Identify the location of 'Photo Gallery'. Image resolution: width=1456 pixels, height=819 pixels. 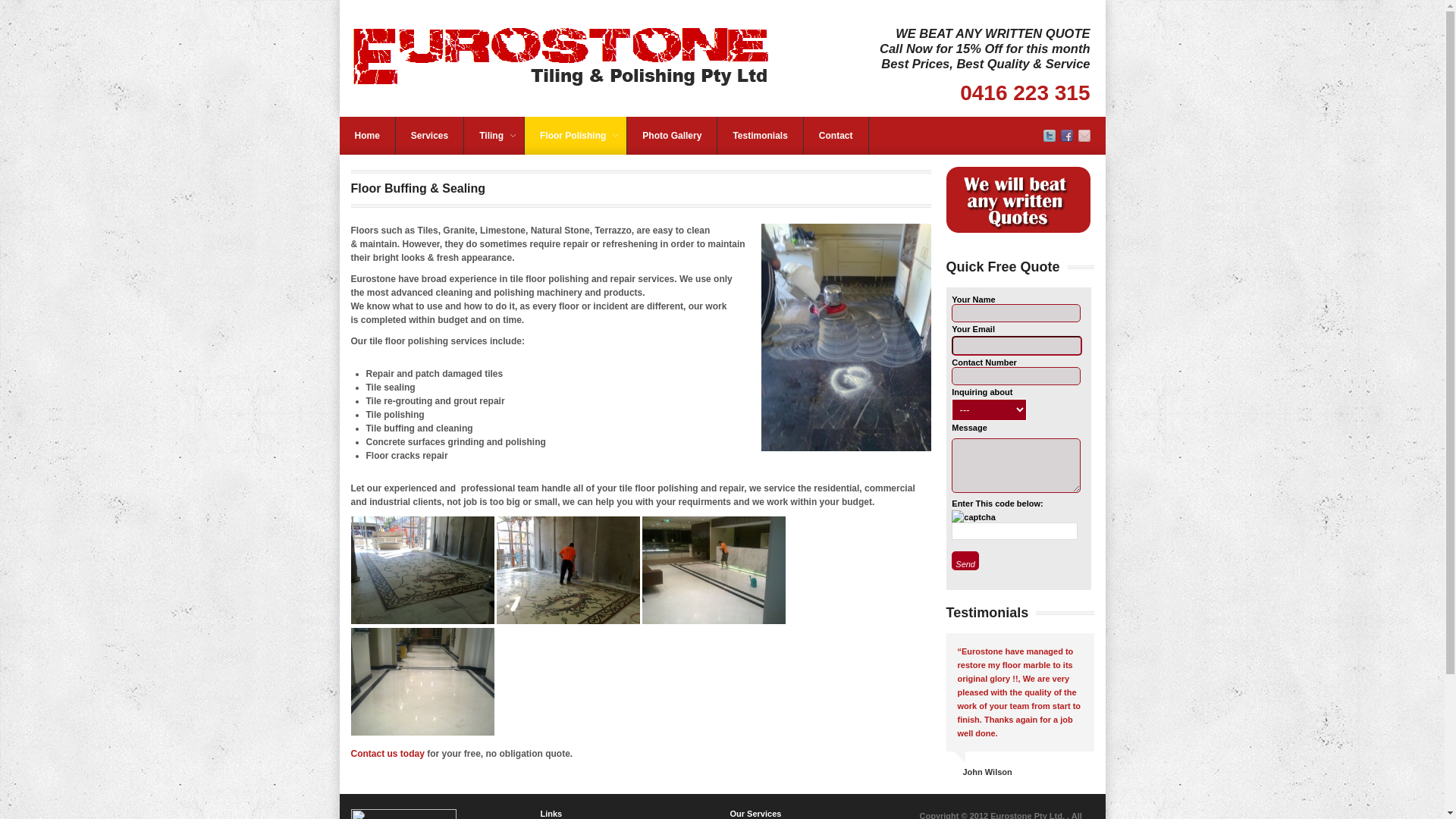
(671, 134).